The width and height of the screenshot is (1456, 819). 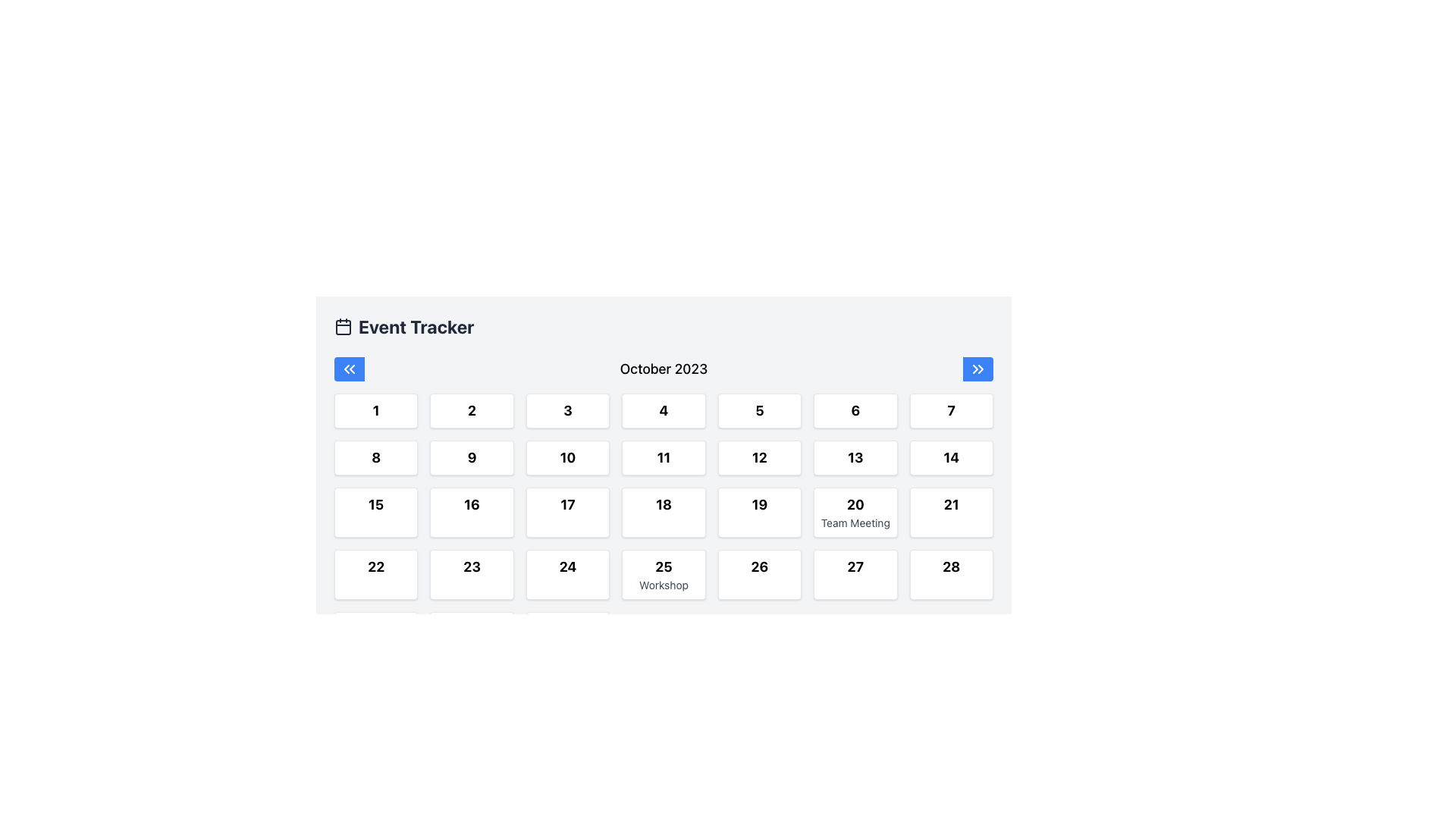 I want to click on the date '1' in the calendar grid within the 'Event Tracker' interface, so click(x=376, y=411).